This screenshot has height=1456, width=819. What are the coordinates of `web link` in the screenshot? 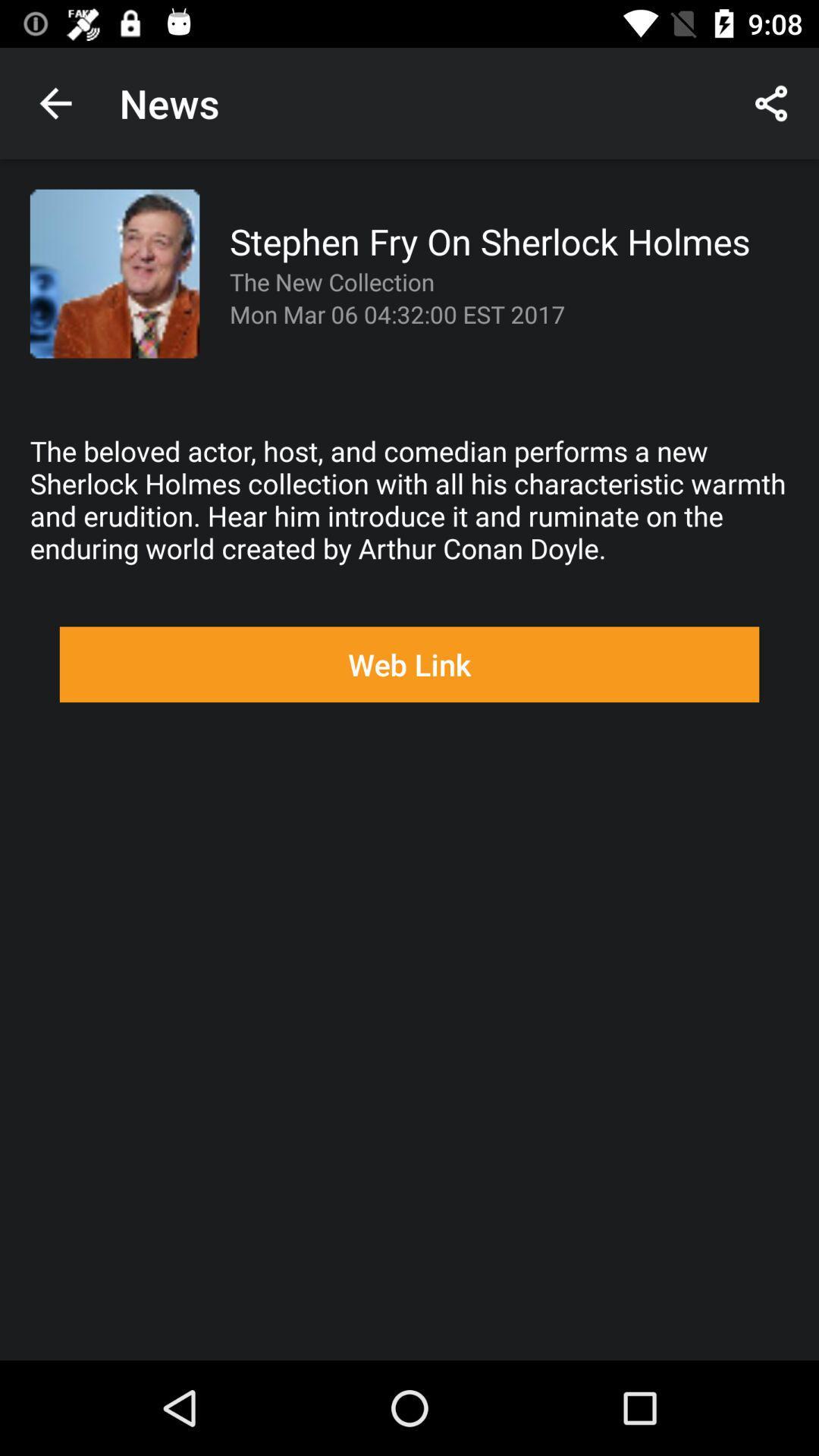 It's located at (409, 664).